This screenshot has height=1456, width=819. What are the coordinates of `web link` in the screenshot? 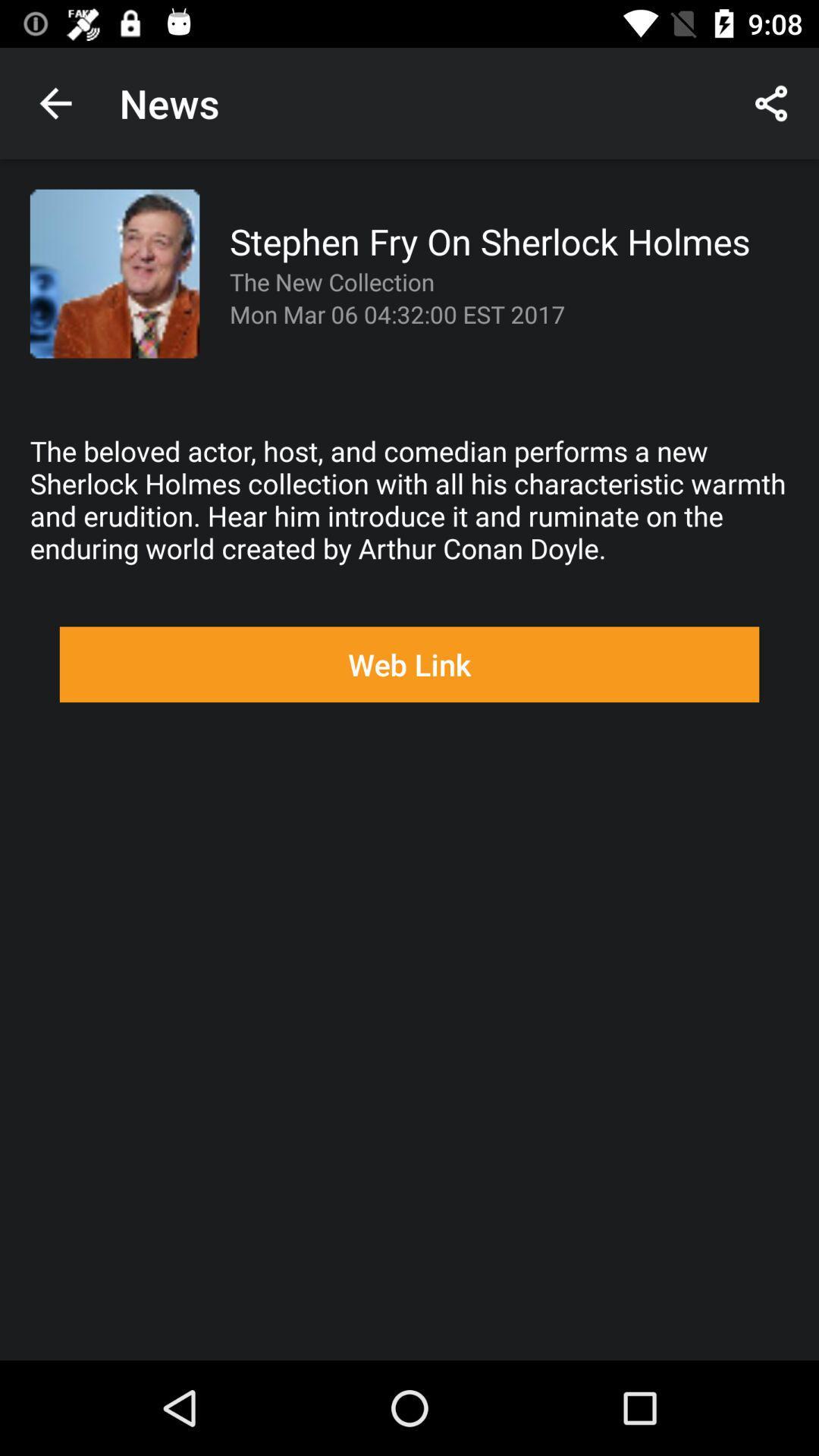 It's located at (409, 664).